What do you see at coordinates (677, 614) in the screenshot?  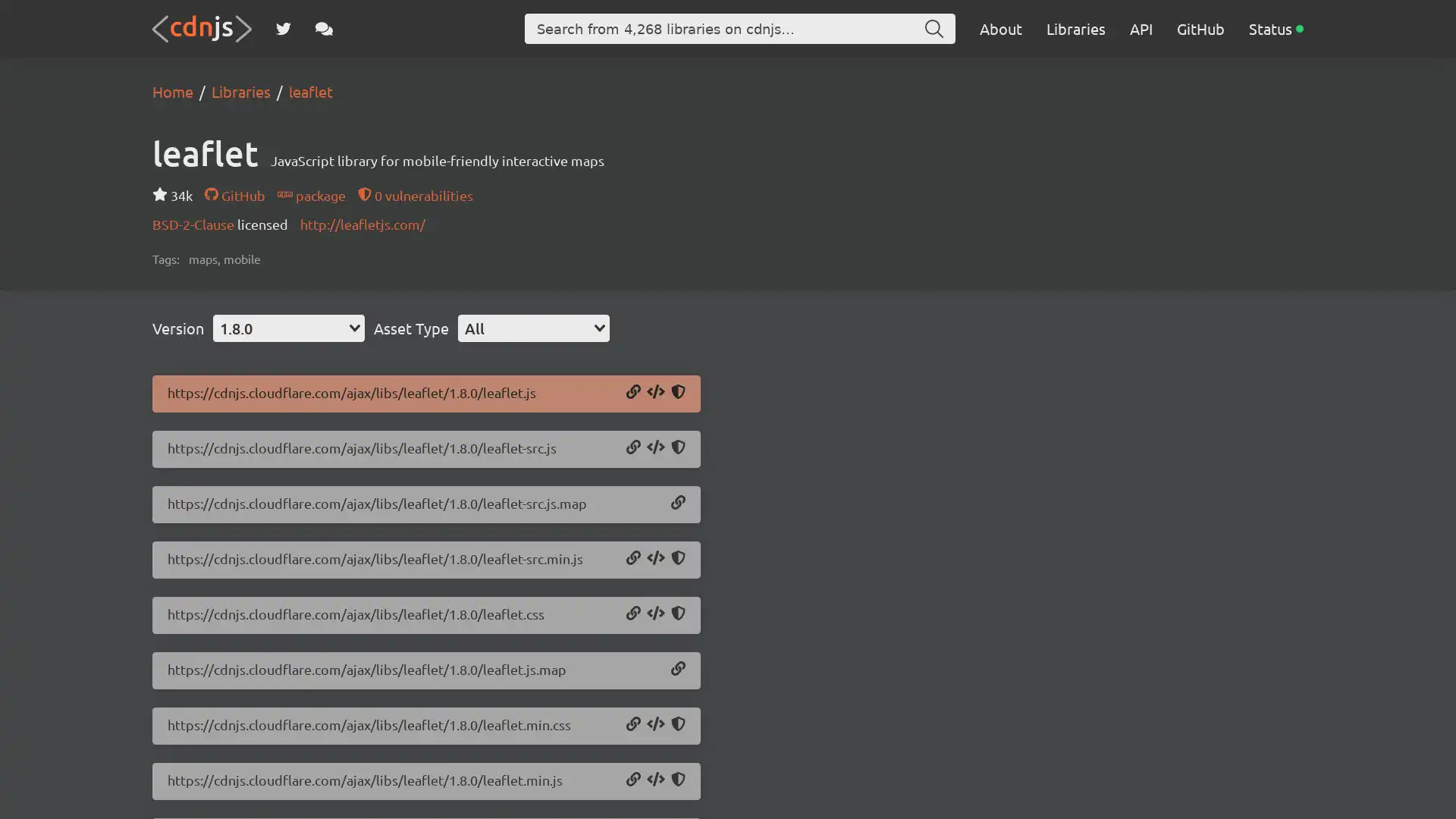 I see `Copy SRI Hash` at bounding box center [677, 614].